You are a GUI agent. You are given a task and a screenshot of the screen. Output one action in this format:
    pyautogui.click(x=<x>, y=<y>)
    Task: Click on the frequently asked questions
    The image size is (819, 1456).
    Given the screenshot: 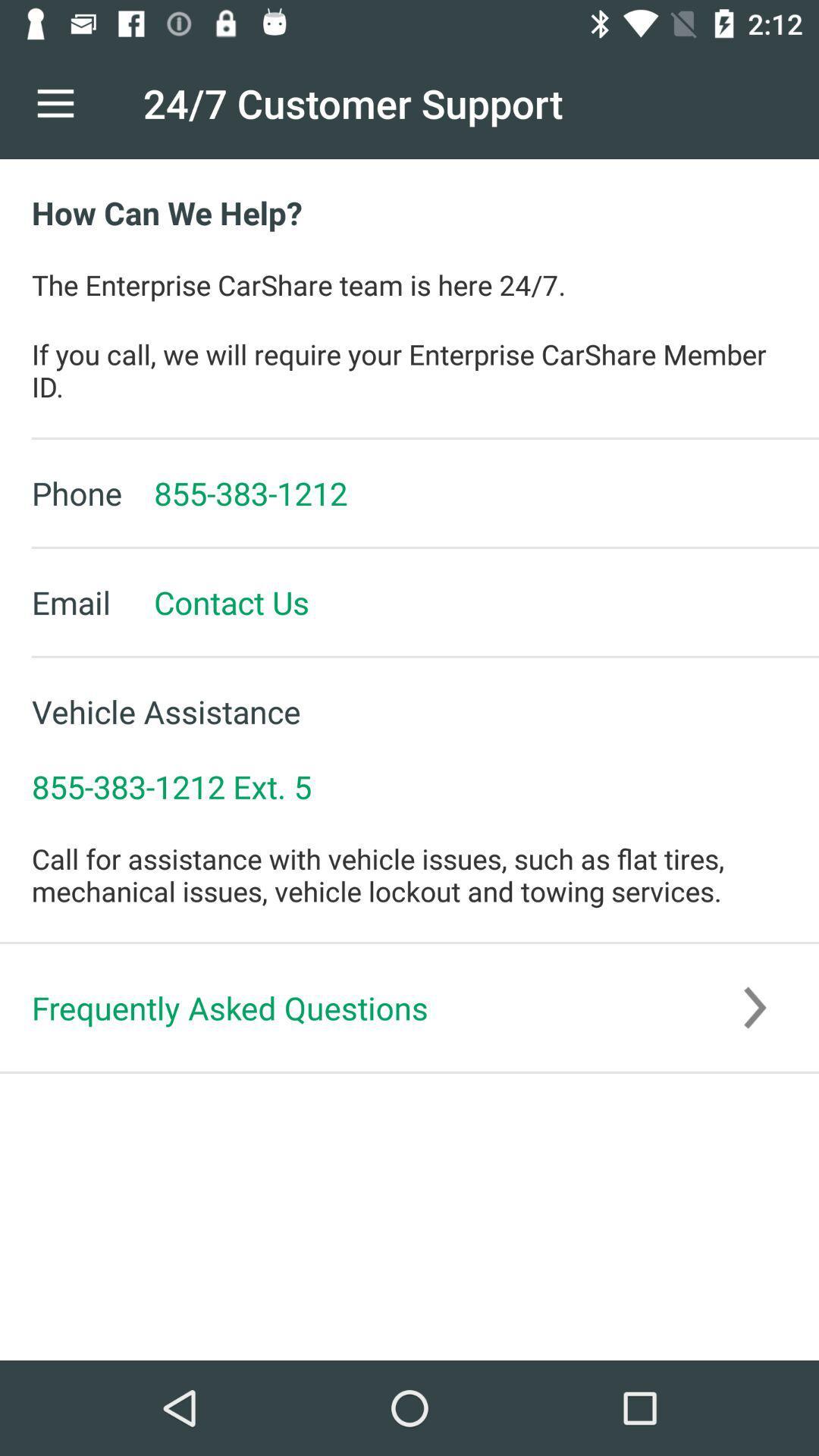 What is the action you would take?
    pyautogui.click(x=409, y=1008)
    